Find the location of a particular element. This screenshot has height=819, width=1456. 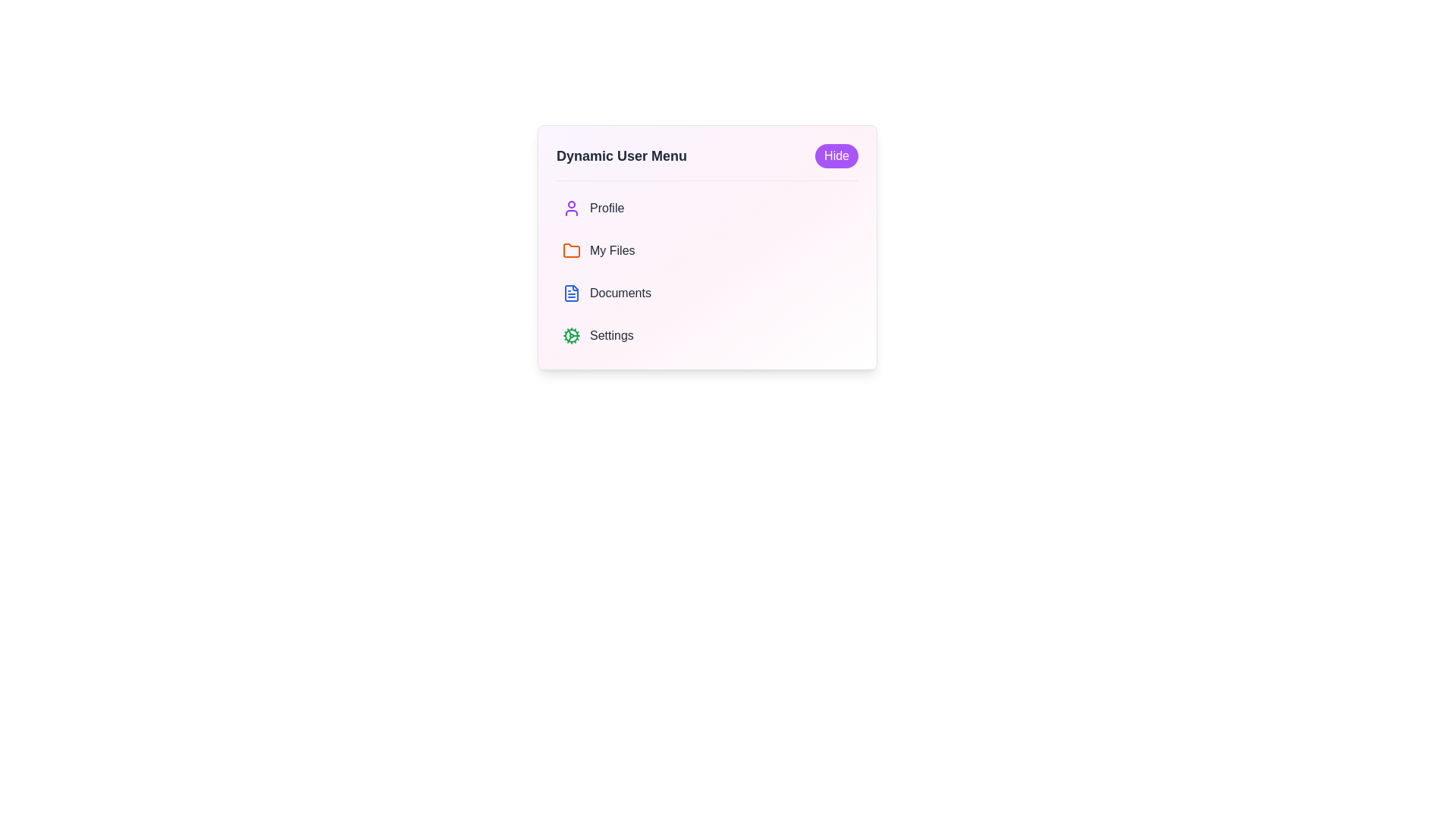

the 'Documents' button located under the 'Dynamic User Menu' is located at coordinates (706, 293).